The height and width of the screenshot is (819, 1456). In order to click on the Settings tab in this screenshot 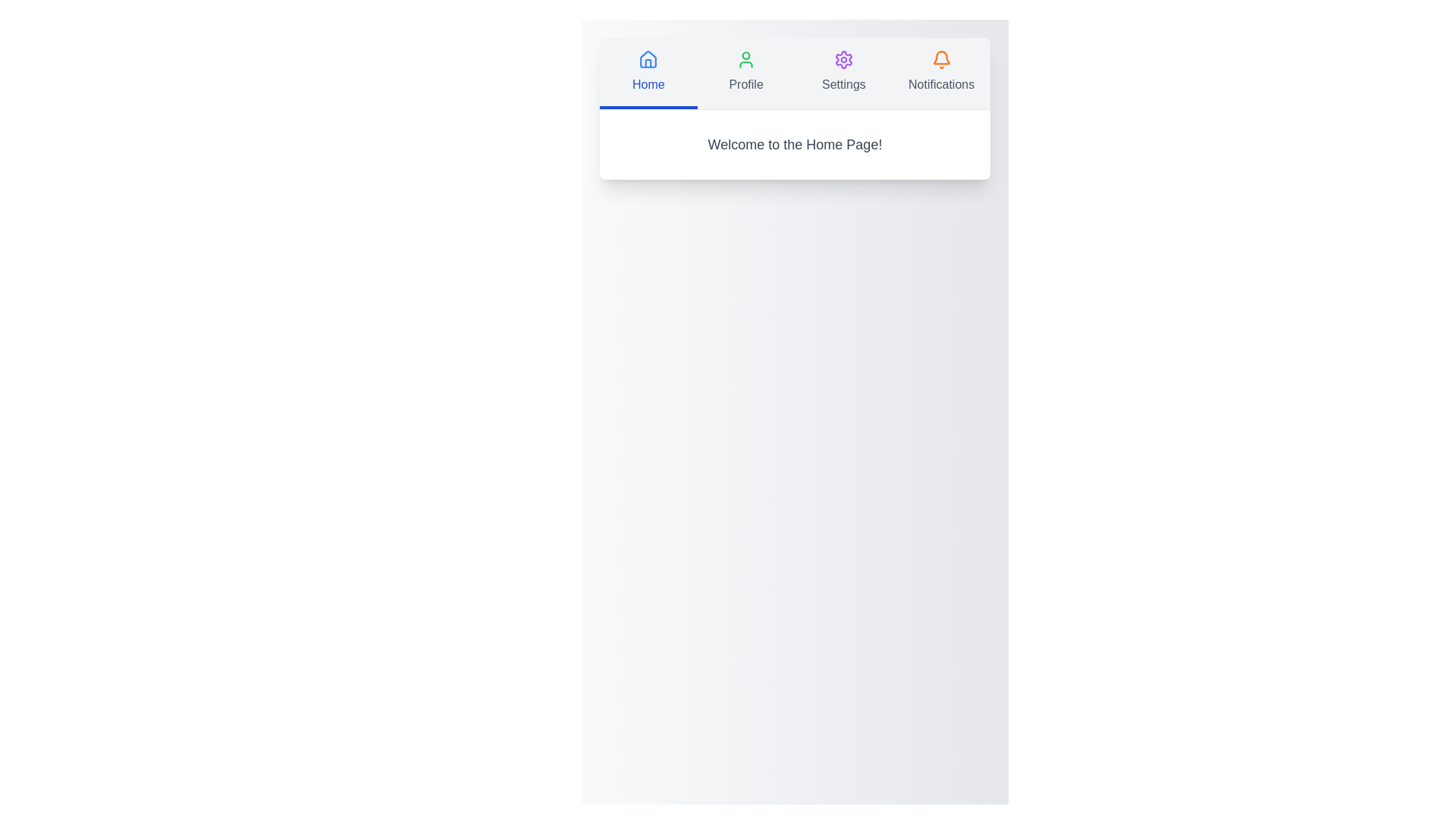, I will do `click(843, 73)`.